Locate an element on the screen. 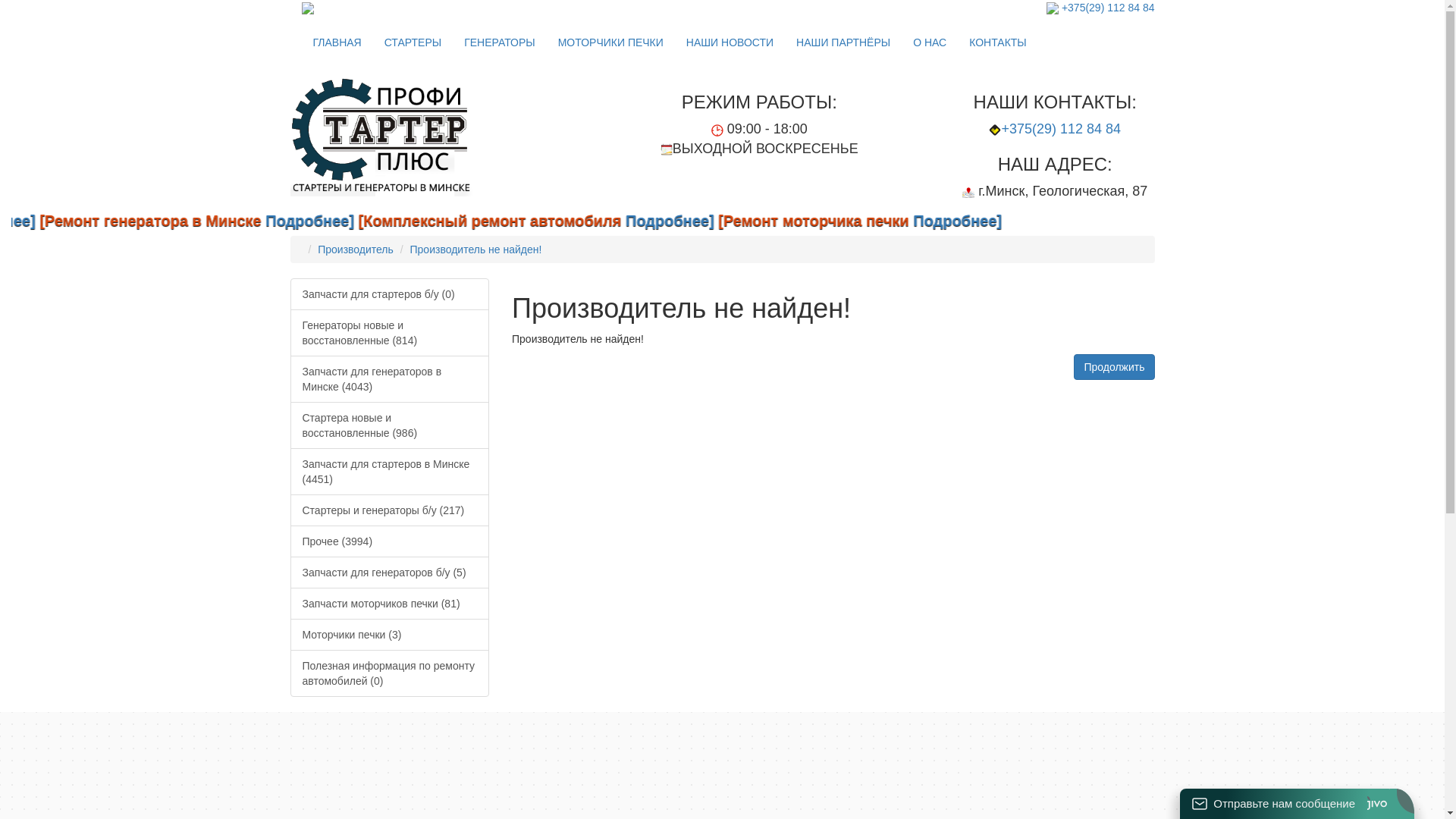 The width and height of the screenshot is (1456, 819). '+375(29) 112 84 84' is located at coordinates (1108, 8).